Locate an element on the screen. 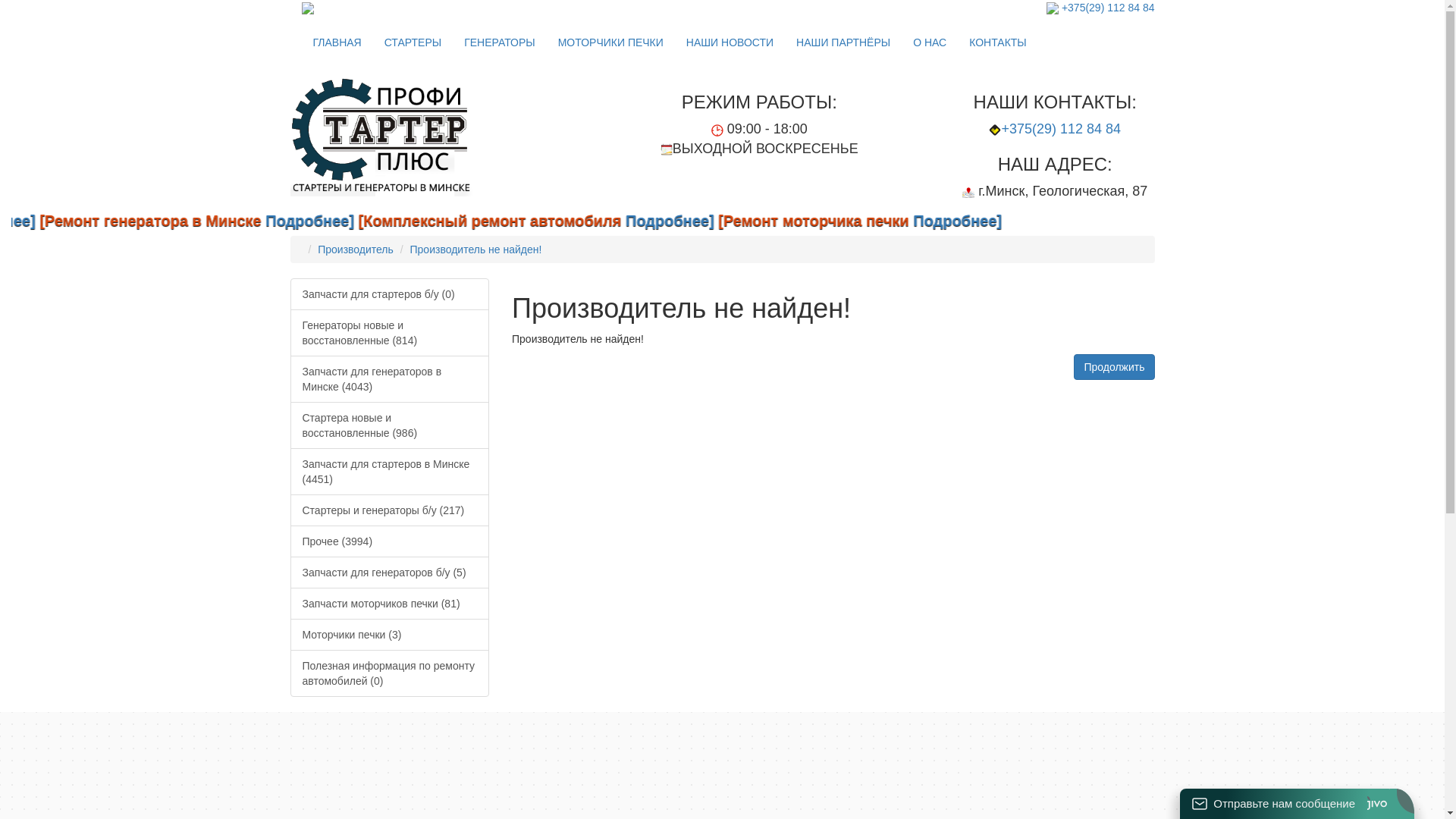 The width and height of the screenshot is (1456, 819). '+375(29) 112 84 84' is located at coordinates (1108, 8).